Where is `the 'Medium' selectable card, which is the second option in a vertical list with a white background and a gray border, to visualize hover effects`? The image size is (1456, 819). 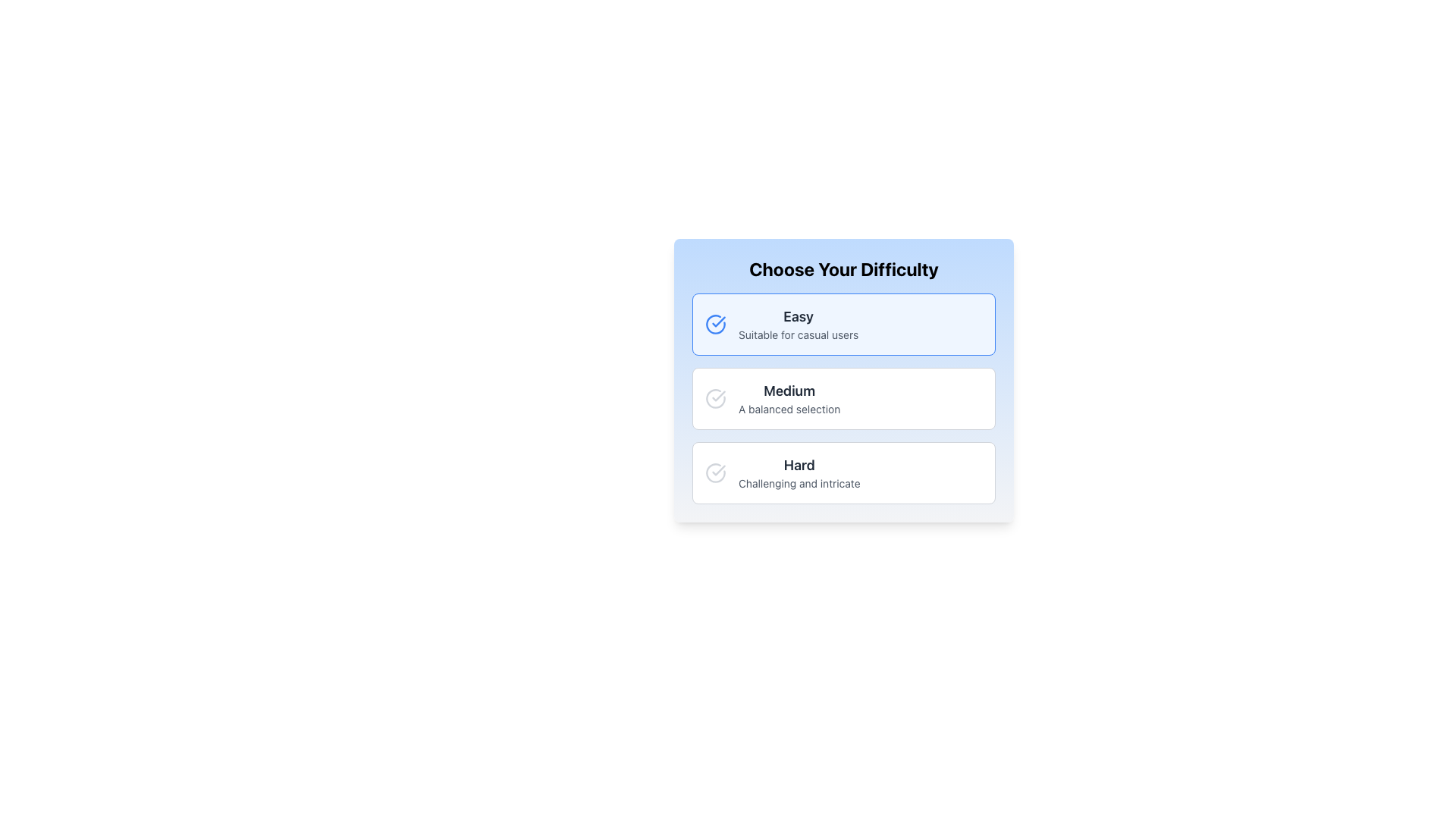 the 'Medium' selectable card, which is the second option in a vertical list with a white background and a gray border, to visualize hover effects is located at coordinates (843, 397).